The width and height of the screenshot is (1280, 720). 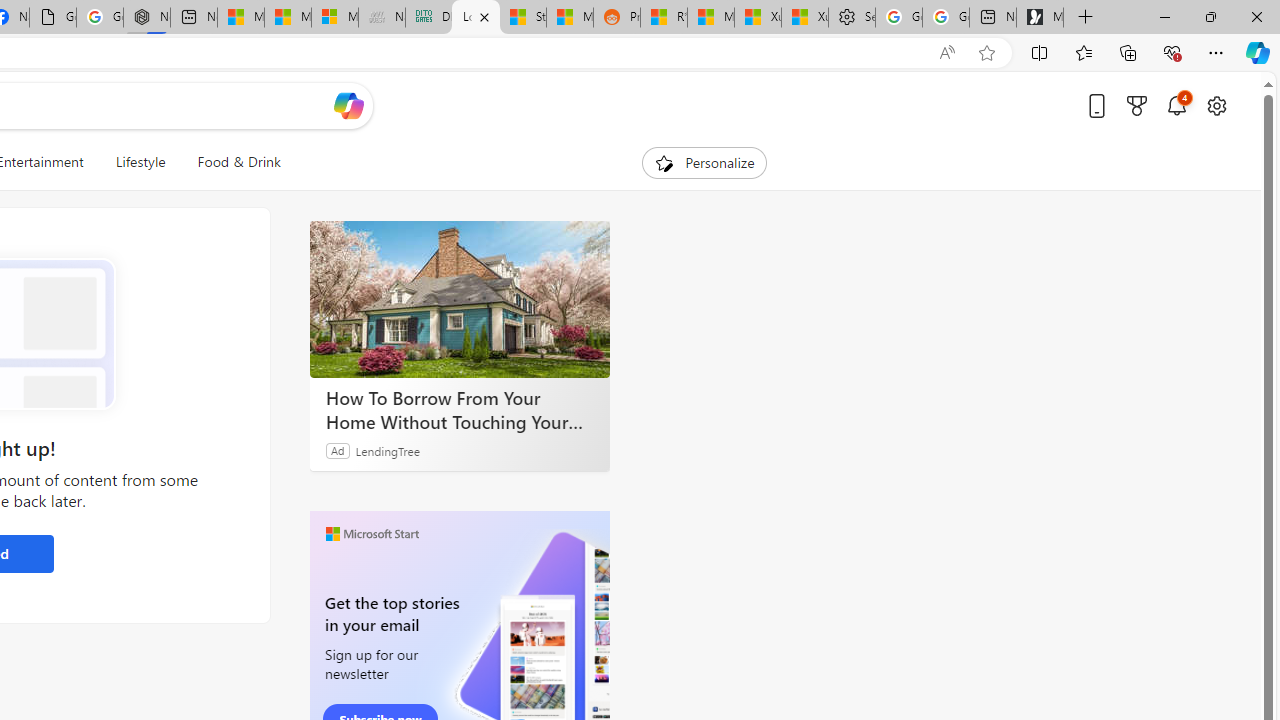 I want to click on 'Google Analytics Opt-out Browser Add-on Download Page', so click(x=52, y=17).